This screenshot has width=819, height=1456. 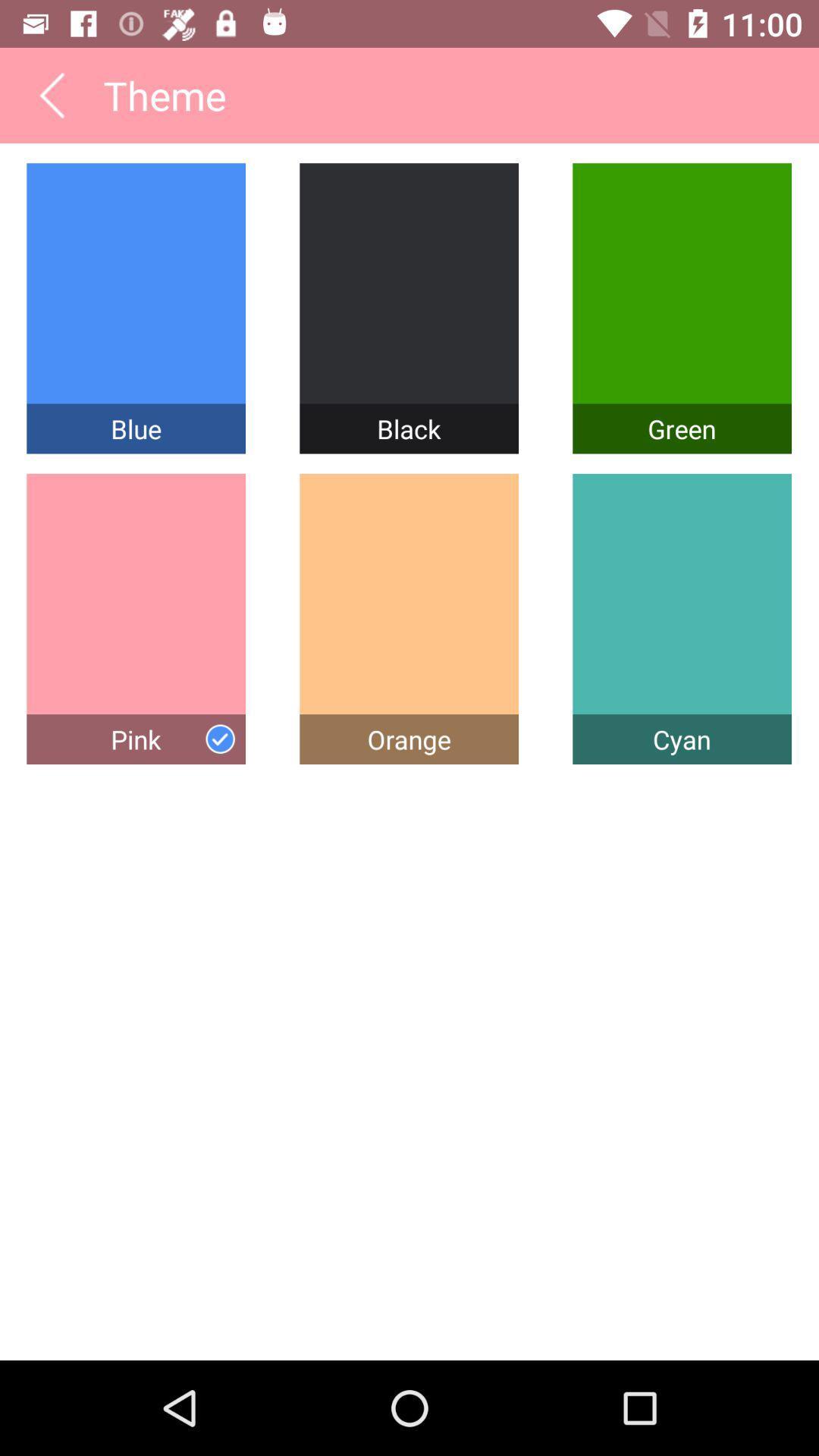 What do you see at coordinates (51, 101) in the screenshot?
I see `the arrow_backward icon` at bounding box center [51, 101].